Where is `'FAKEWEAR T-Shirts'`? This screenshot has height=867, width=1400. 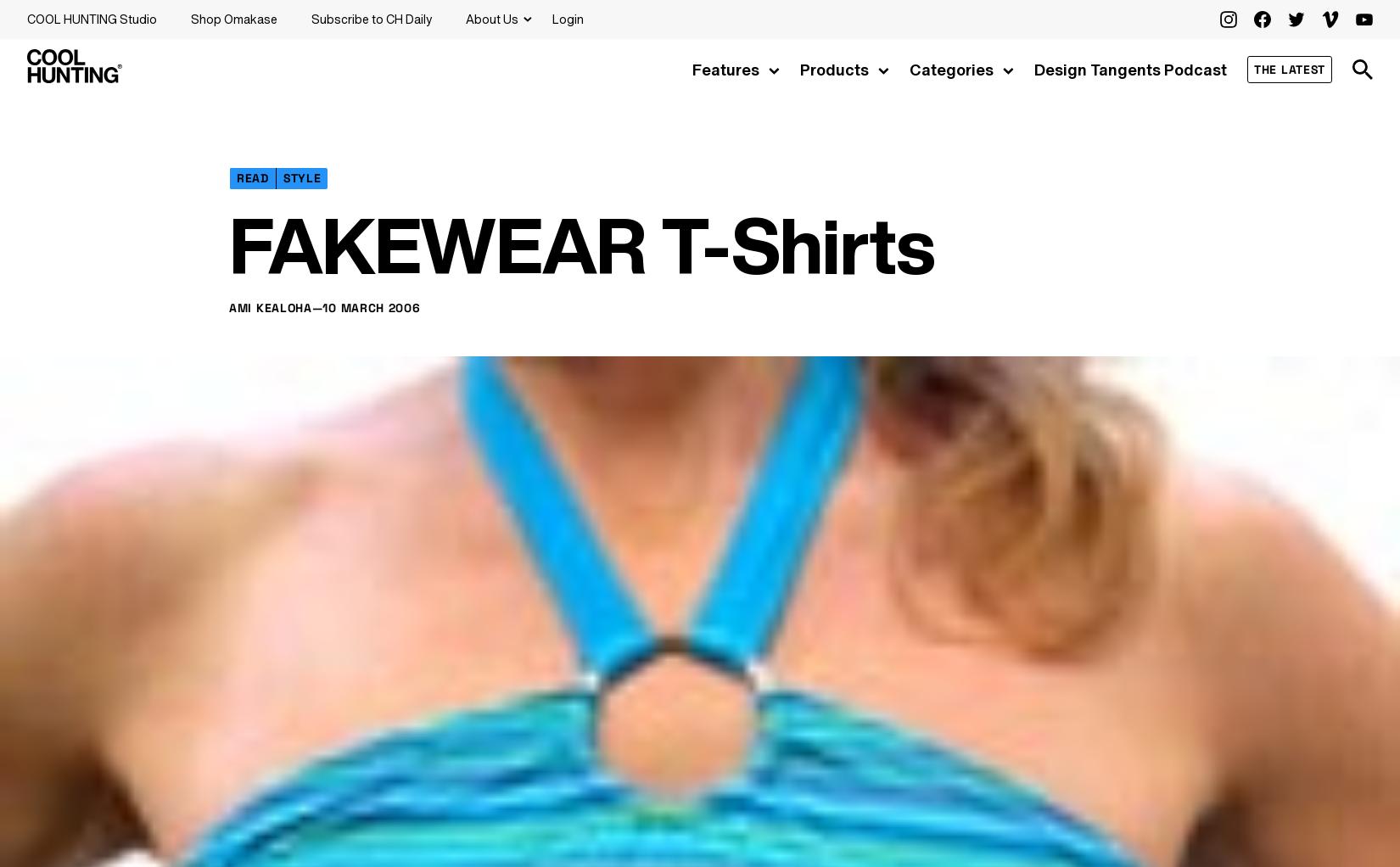
'FAKEWEAR T-Shirts' is located at coordinates (580, 243).